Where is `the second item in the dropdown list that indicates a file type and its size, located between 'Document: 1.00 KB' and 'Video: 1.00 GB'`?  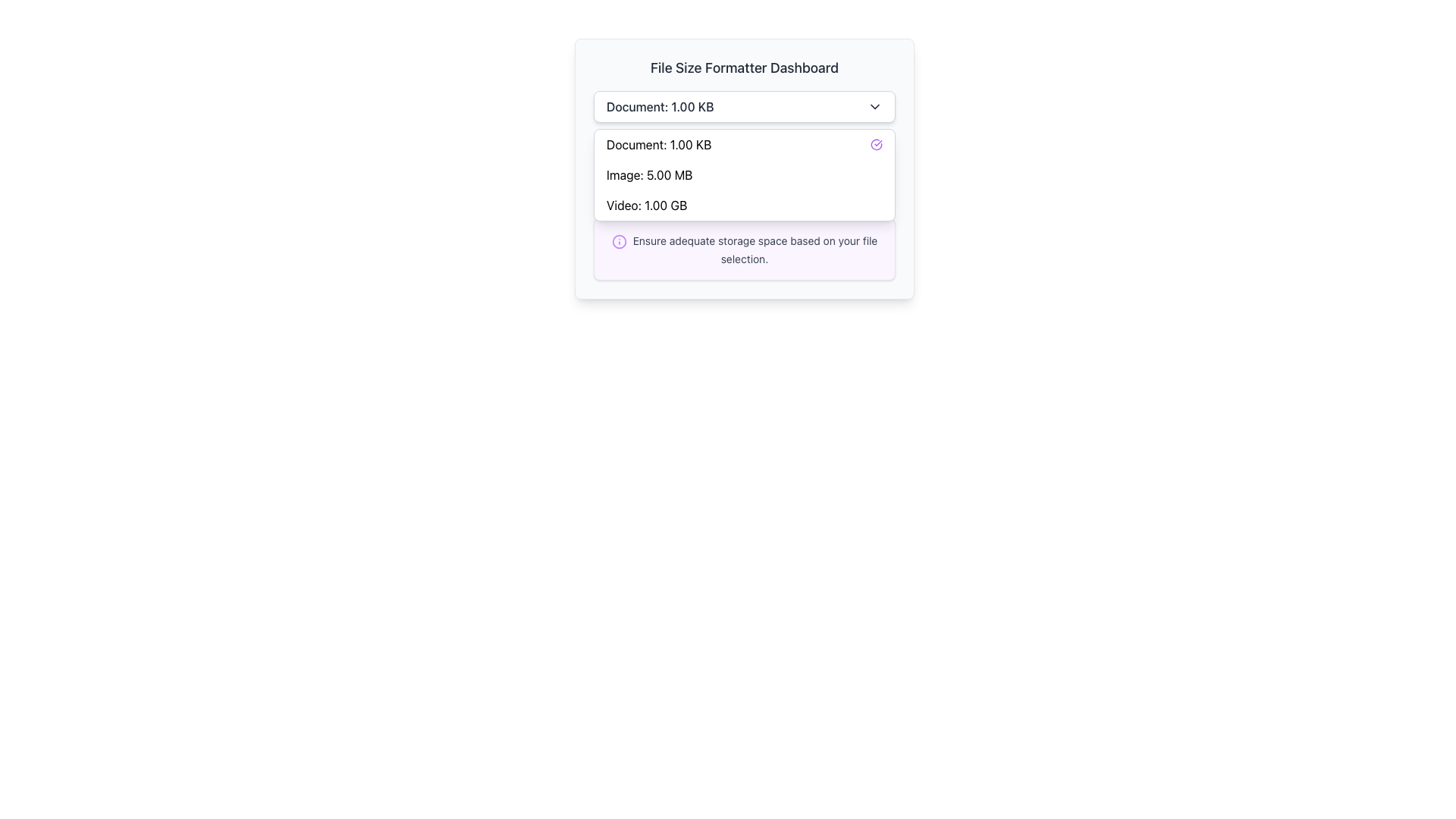 the second item in the dropdown list that indicates a file type and its size, located between 'Document: 1.00 KB' and 'Video: 1.00 GB' is located at coordinates (745, 174).